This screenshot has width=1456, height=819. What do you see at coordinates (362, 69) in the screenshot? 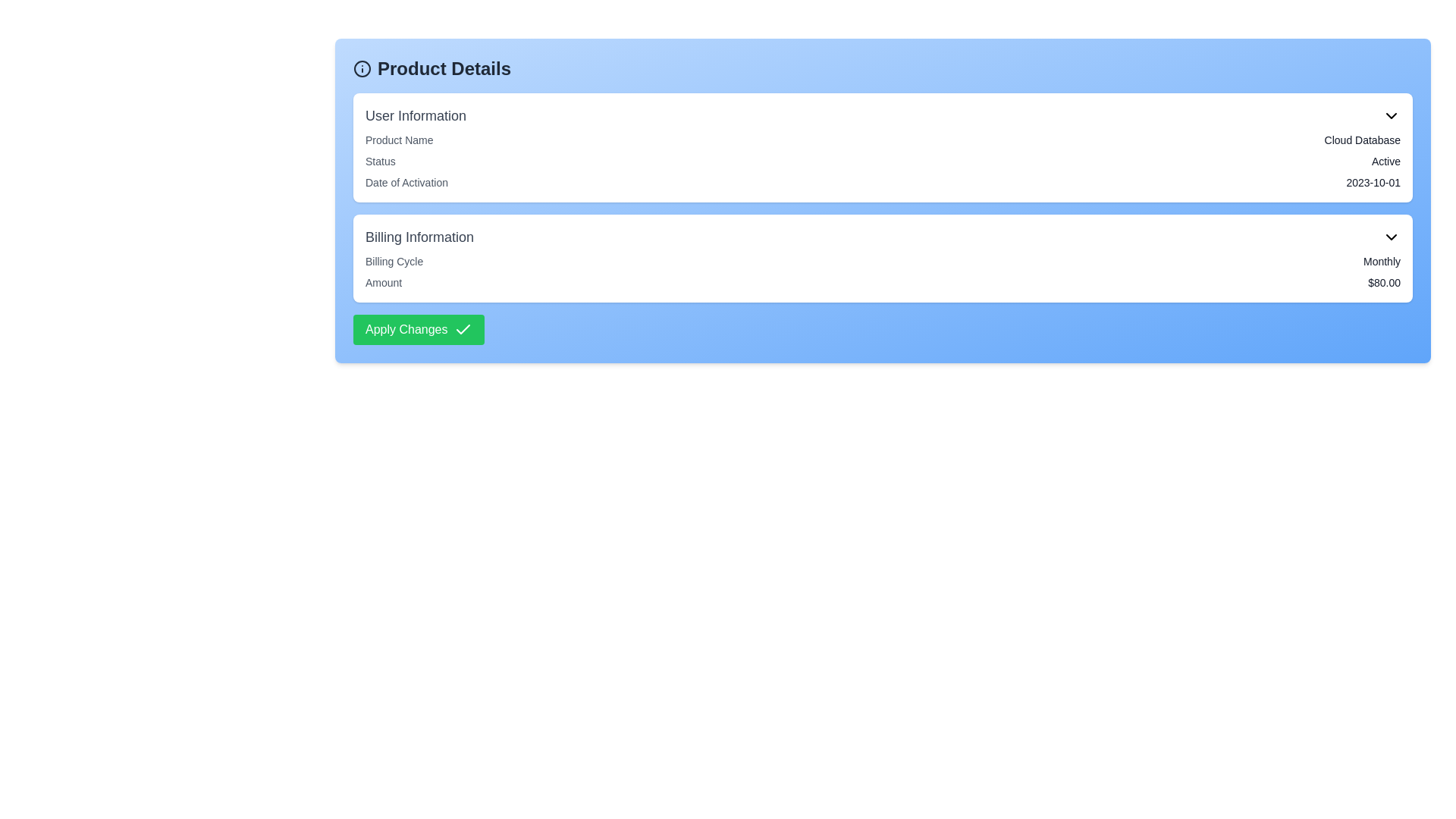
I see `the information icon represented as a circular badge with an 'info' symbol inside, located to the left of the 'Product Details' heading` at bounding box center [362, 69].